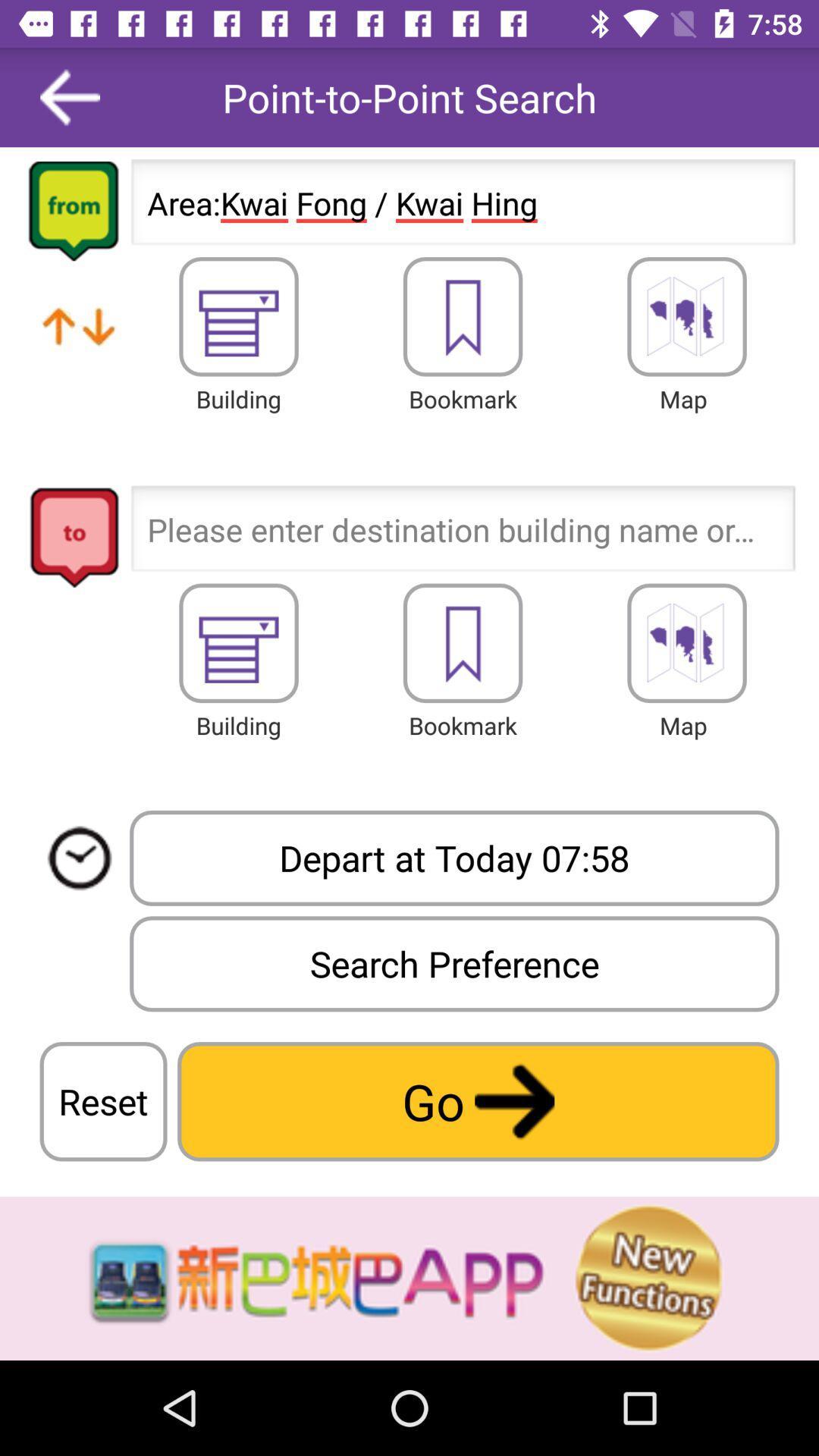 This screenshot has width=819, height=1456. Describe the element at coordinates (462, 315) in the screenshot. I see `the bookmark icon` at that location.